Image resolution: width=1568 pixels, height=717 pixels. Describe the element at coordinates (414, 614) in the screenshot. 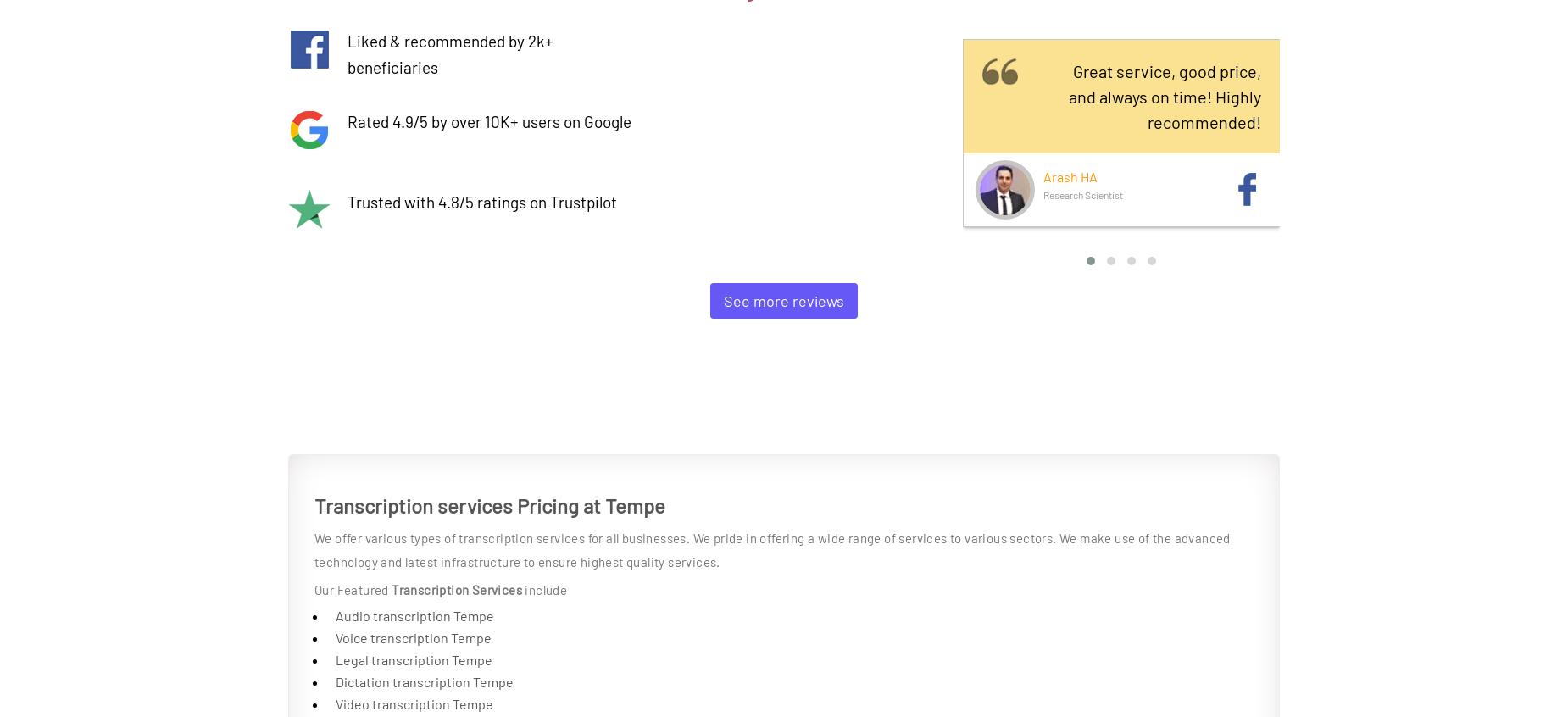

I see `'Audio transcription Tempe'` at that location.